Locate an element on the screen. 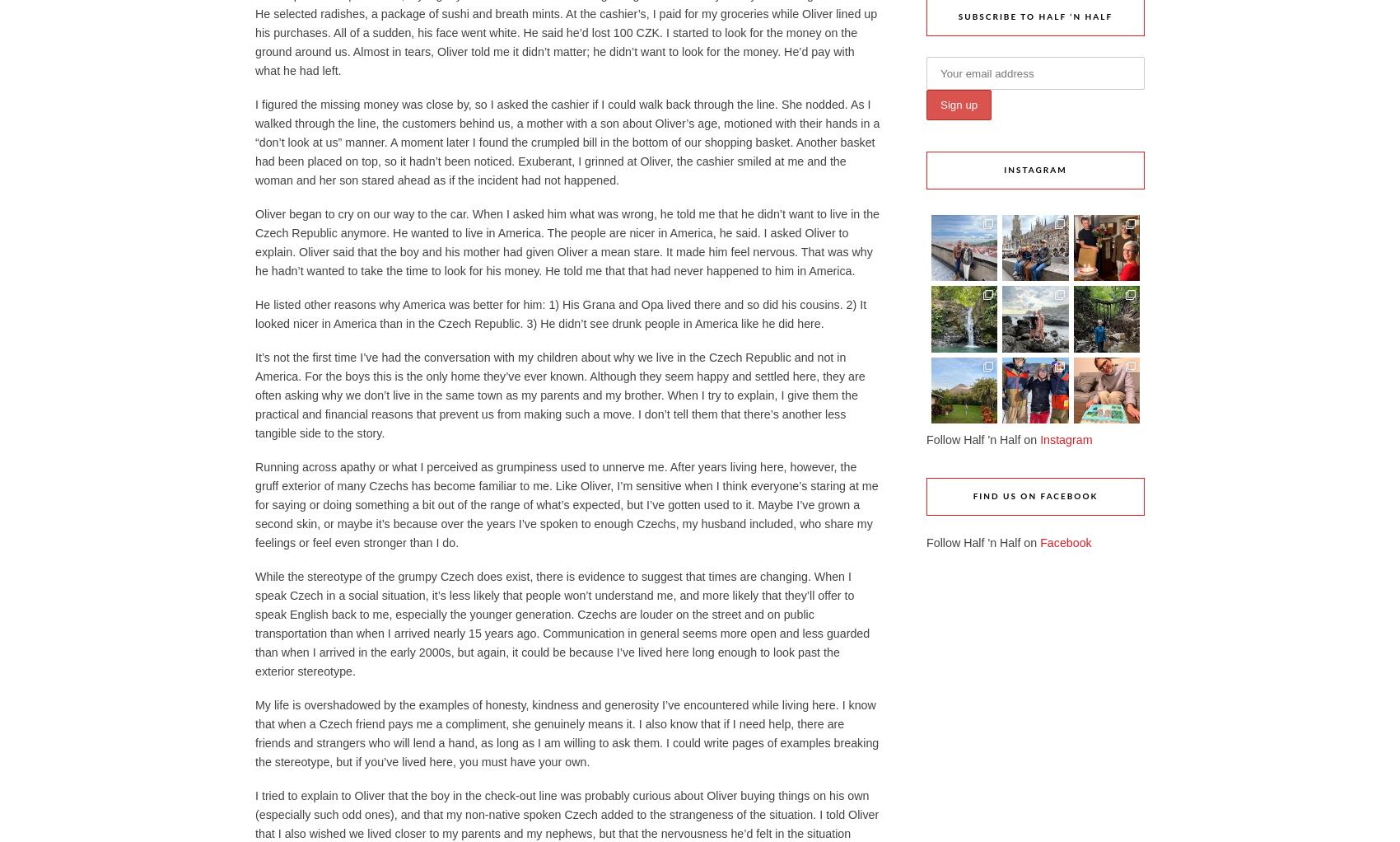 The image size is (1400, 842). 'My life is overshadowed by the examples of honesty, kindness and generosity I’ve encountered while living here. I know that when a Czech friend pays me a compliment, she genuinely means it. I also know that if I need help, there are friends and strangers who will lend a hand, as long as I am willing to ask them. I could write pages of examples breaking the stereotype, but if you’ve lived here, you must have your own.' is located at coordinates (567, 732).